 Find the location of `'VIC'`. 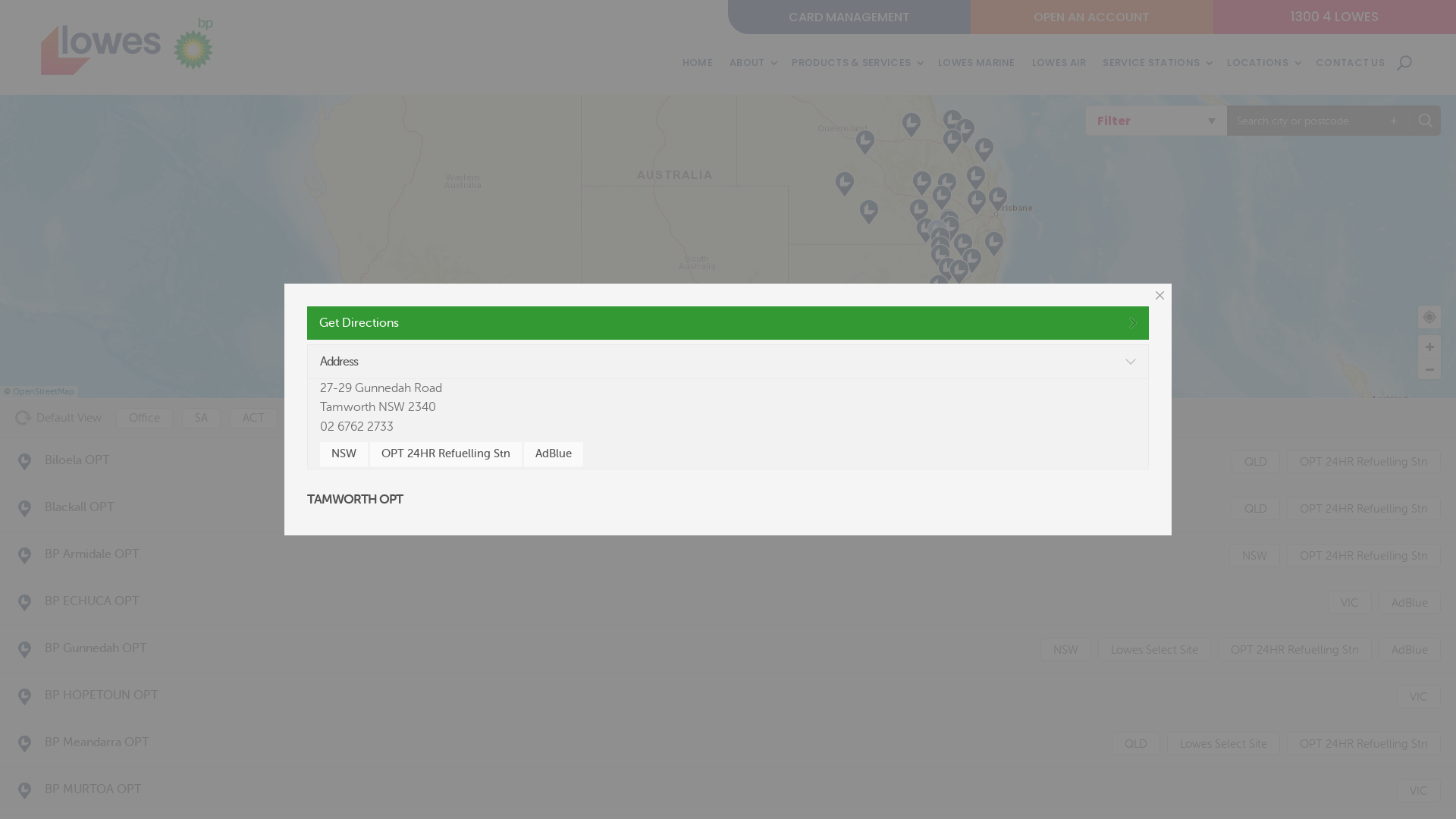

'VIC' is located at coordinates (1350, 601).